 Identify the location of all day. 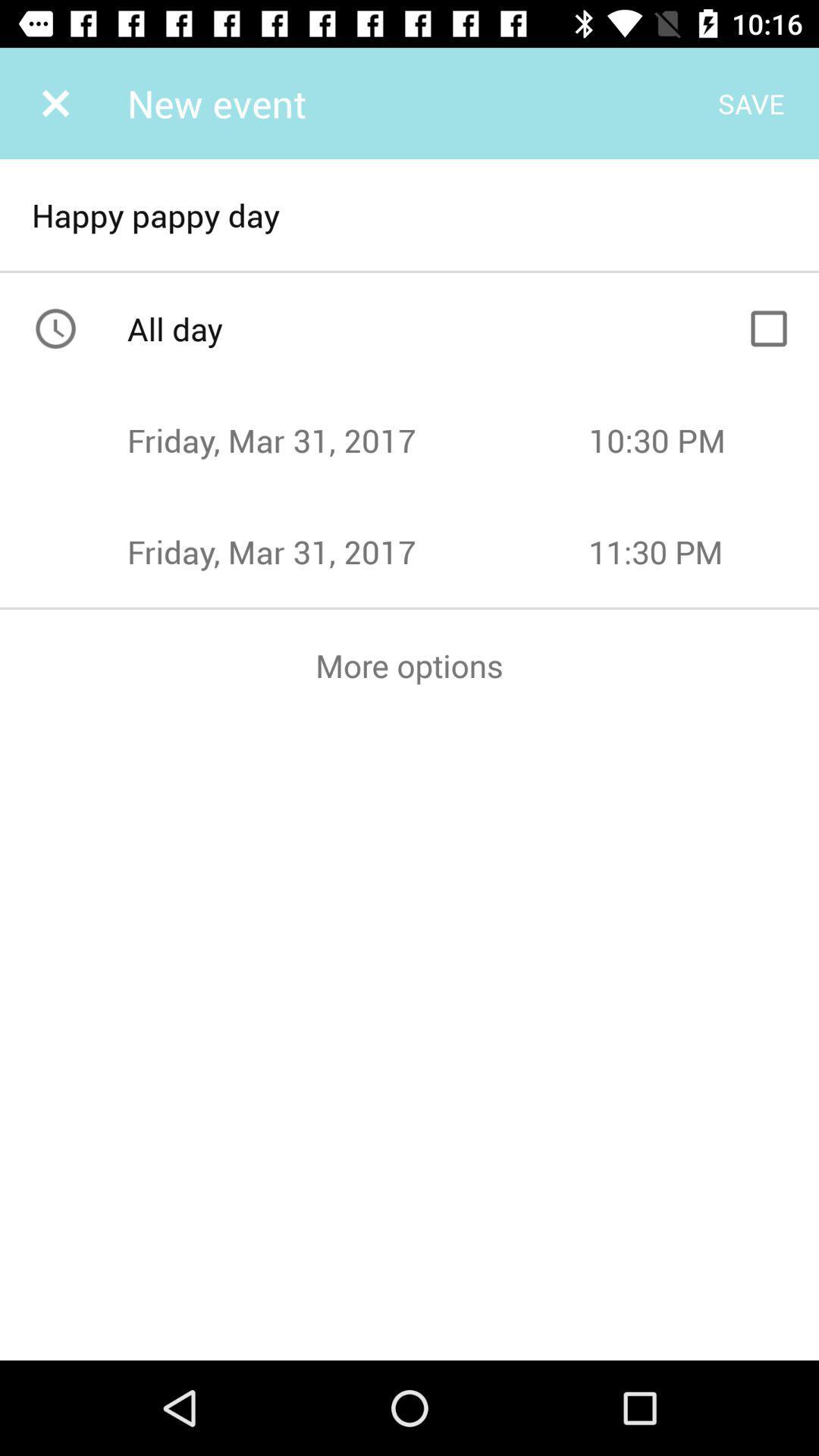
(769, 328).